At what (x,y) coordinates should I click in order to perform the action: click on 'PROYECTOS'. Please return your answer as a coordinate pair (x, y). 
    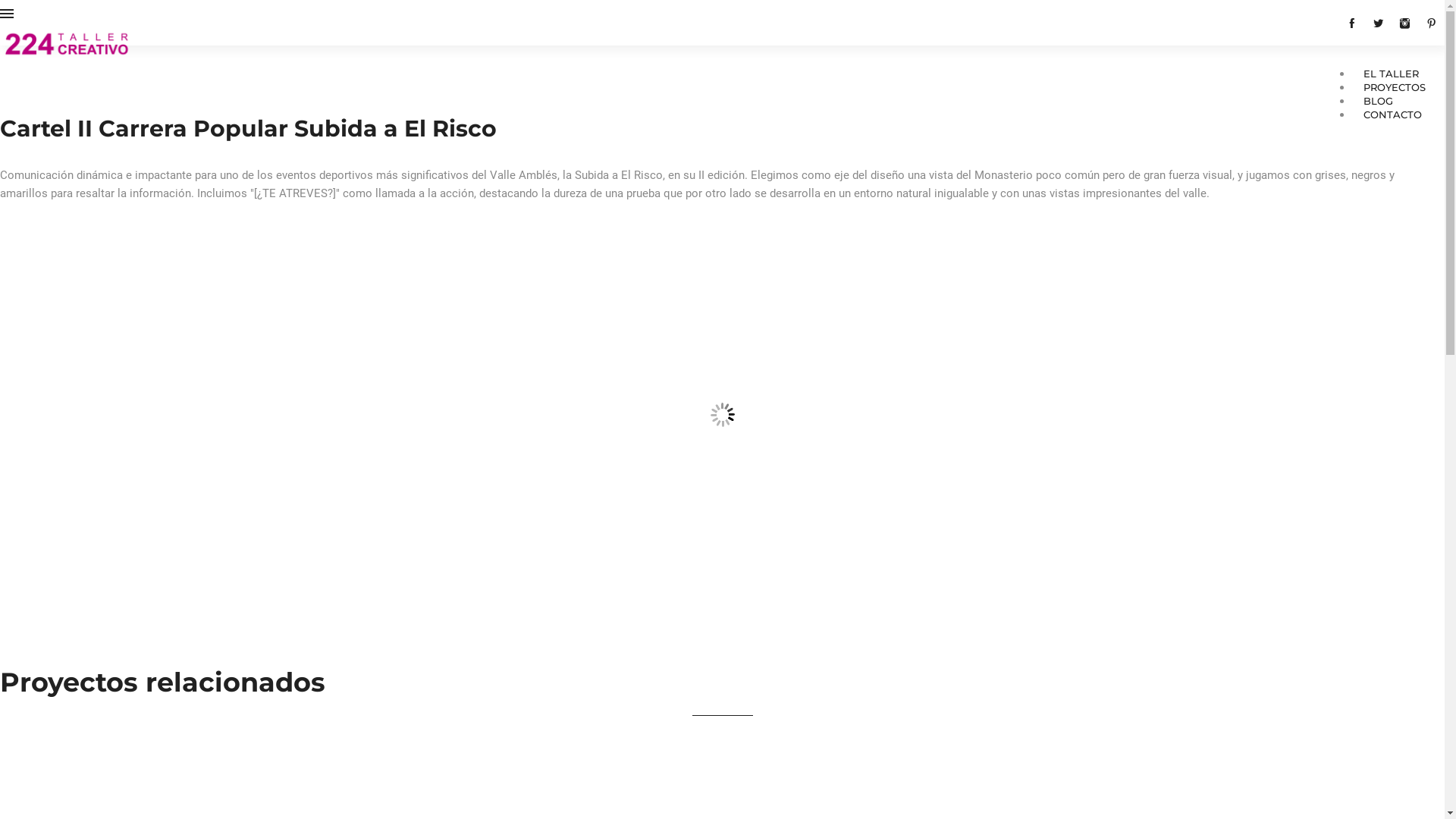
    Looking at the image, I should click on (1394, 87).